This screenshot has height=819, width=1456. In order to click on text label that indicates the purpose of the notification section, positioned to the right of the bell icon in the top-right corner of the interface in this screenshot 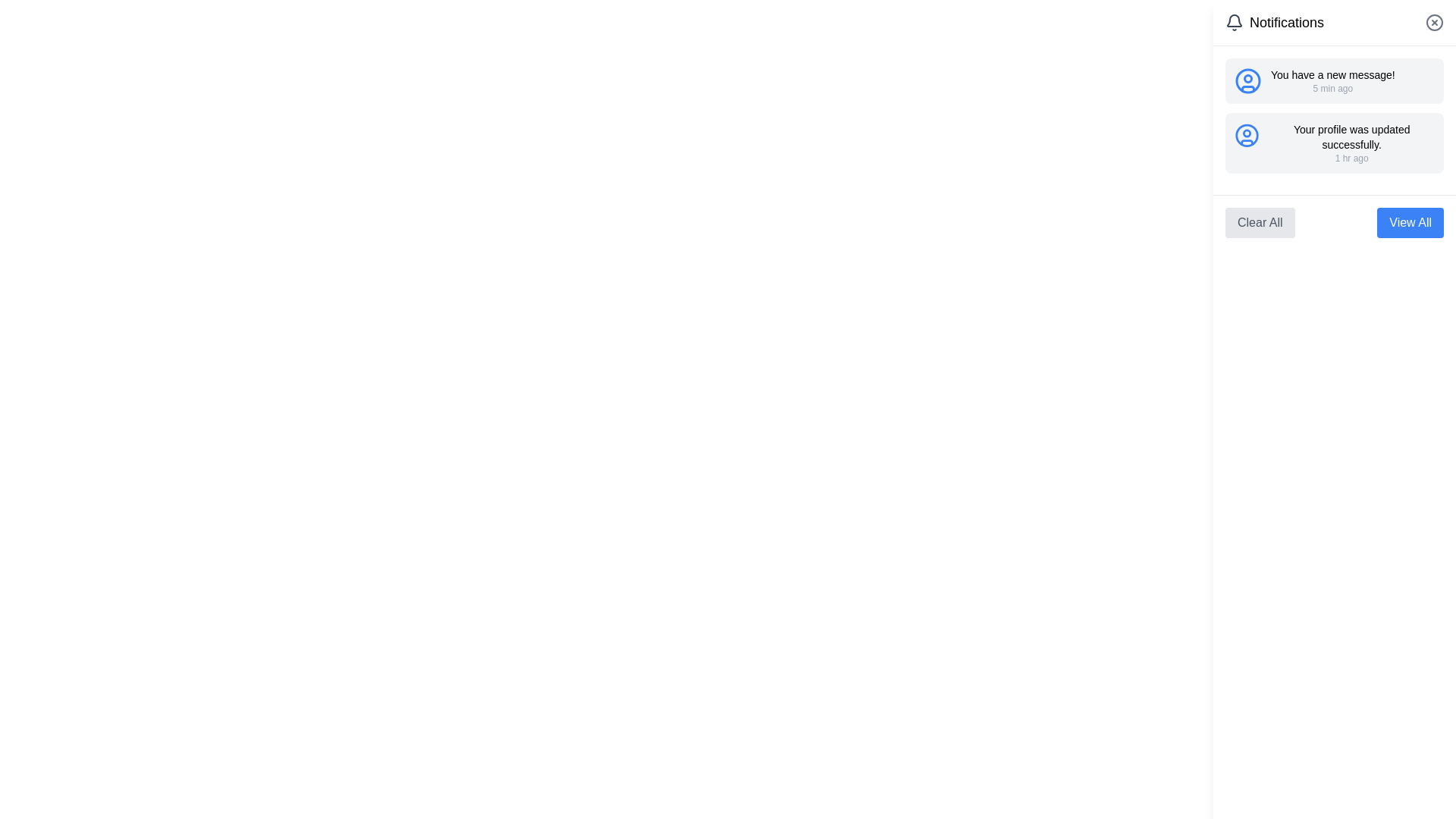, I will do `click(1286, 23)`.